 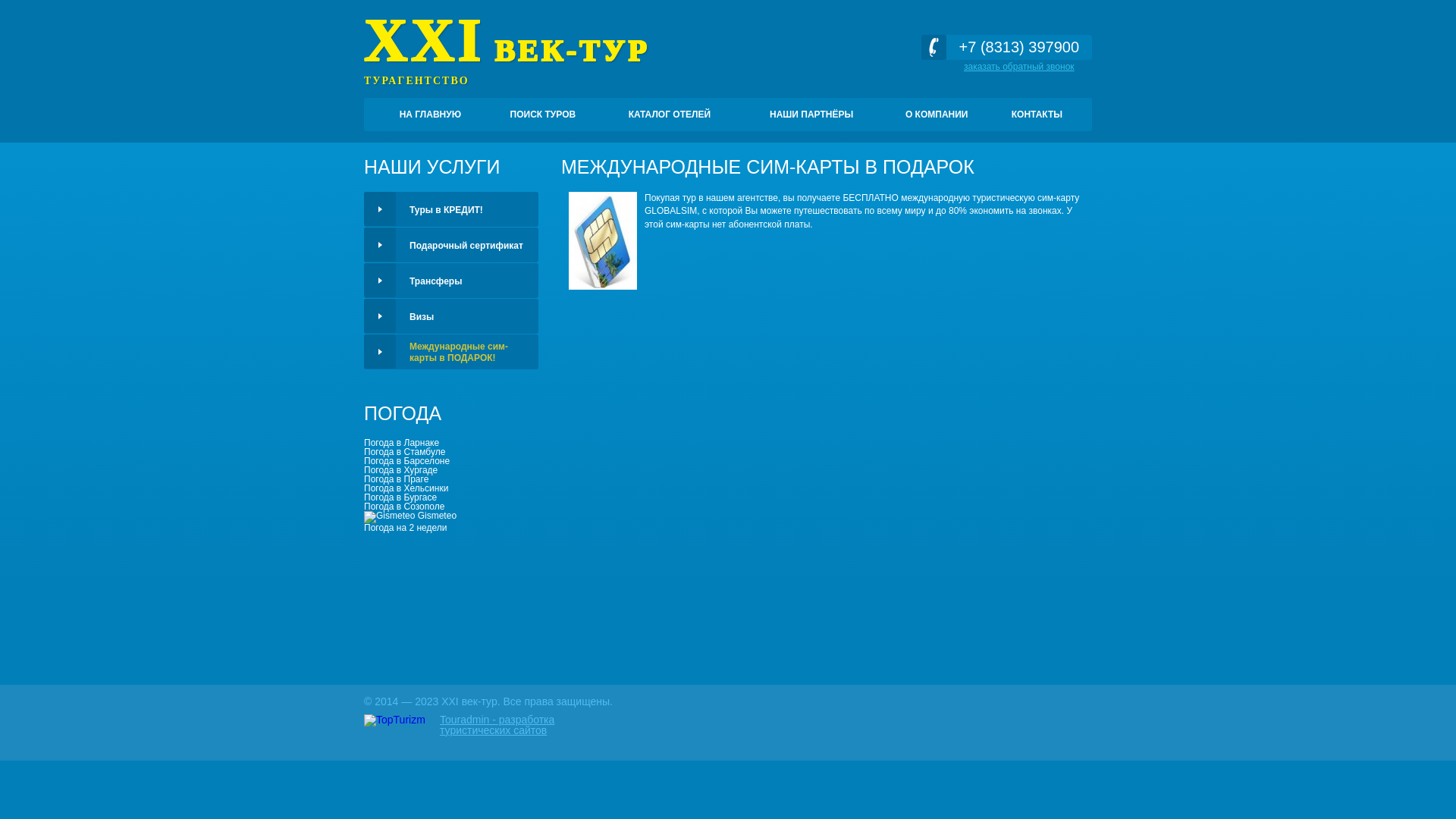 What do you see at coordinates (364, 516) in the screenshot?
I see `'Gismeteo'` at bounding box center [364, 516].